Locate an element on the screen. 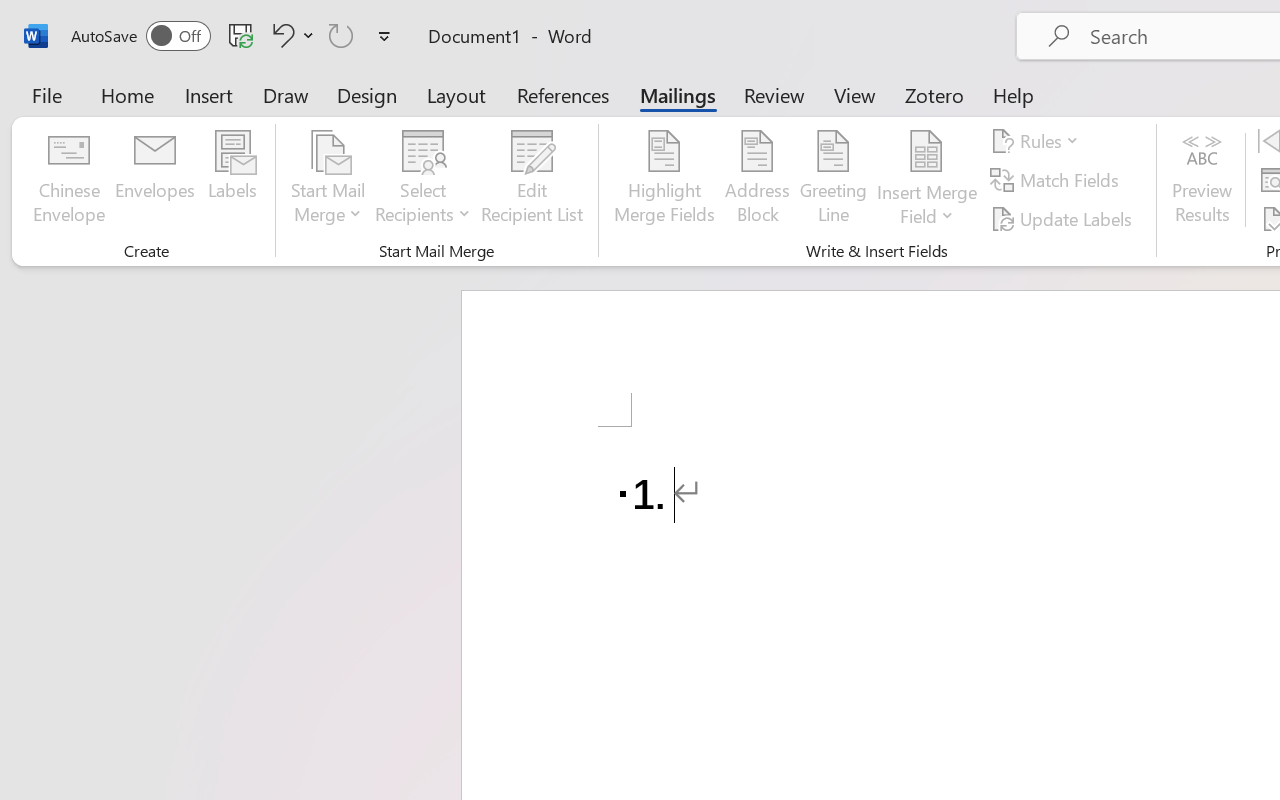  'Start Mail Merge' is located at coordinates (328, 179).